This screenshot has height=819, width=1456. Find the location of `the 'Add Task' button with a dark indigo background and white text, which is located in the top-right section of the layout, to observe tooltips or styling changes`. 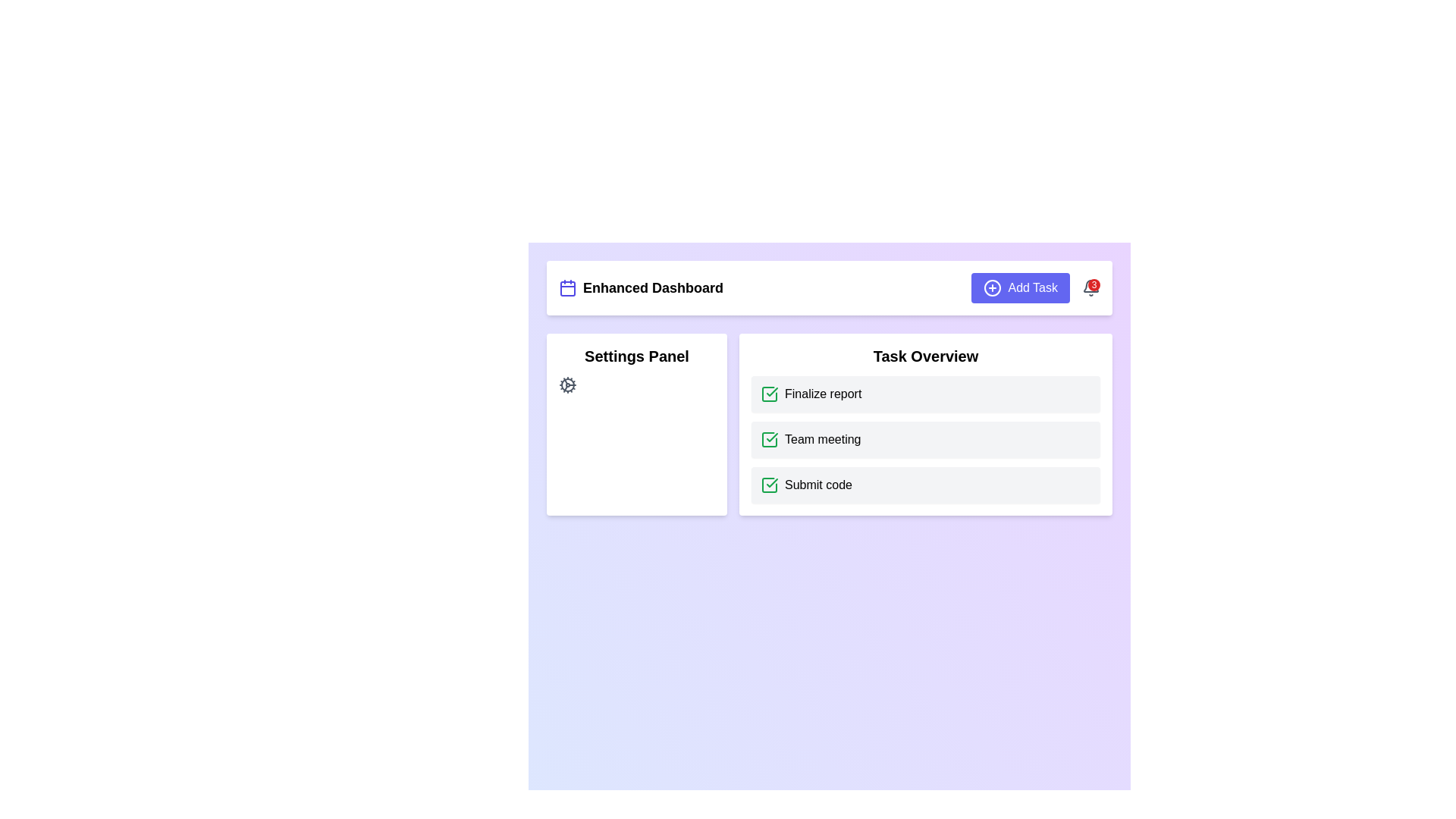

the 'Add Task' button with a dark indigo background and white text, which is located in the top-right section of the layout, to observe tooltips or styling changes is located at coordinates (1021, 288).